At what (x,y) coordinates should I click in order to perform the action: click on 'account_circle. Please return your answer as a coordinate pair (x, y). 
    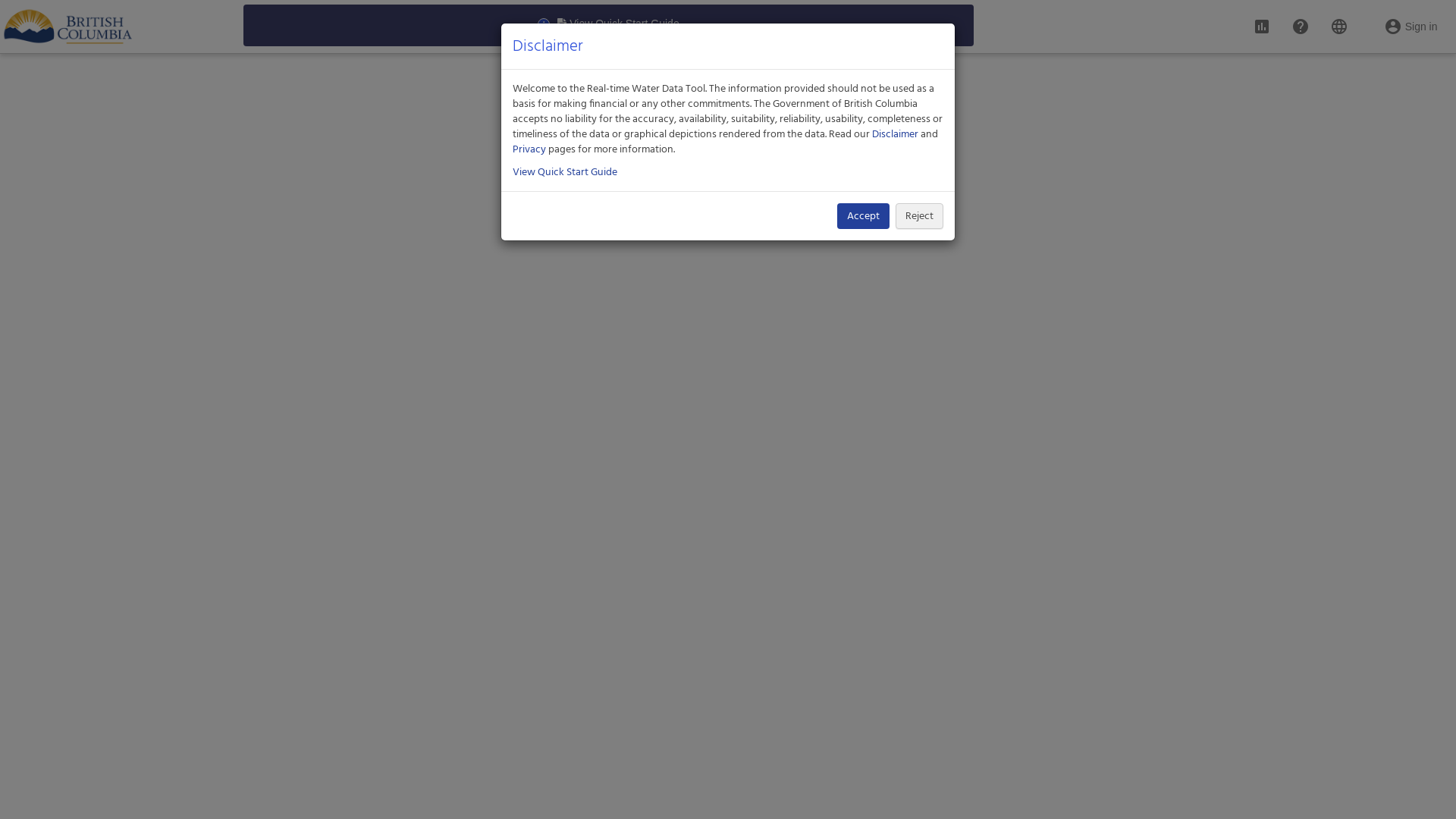
    Looking at the image, I should click on (1410, 20).